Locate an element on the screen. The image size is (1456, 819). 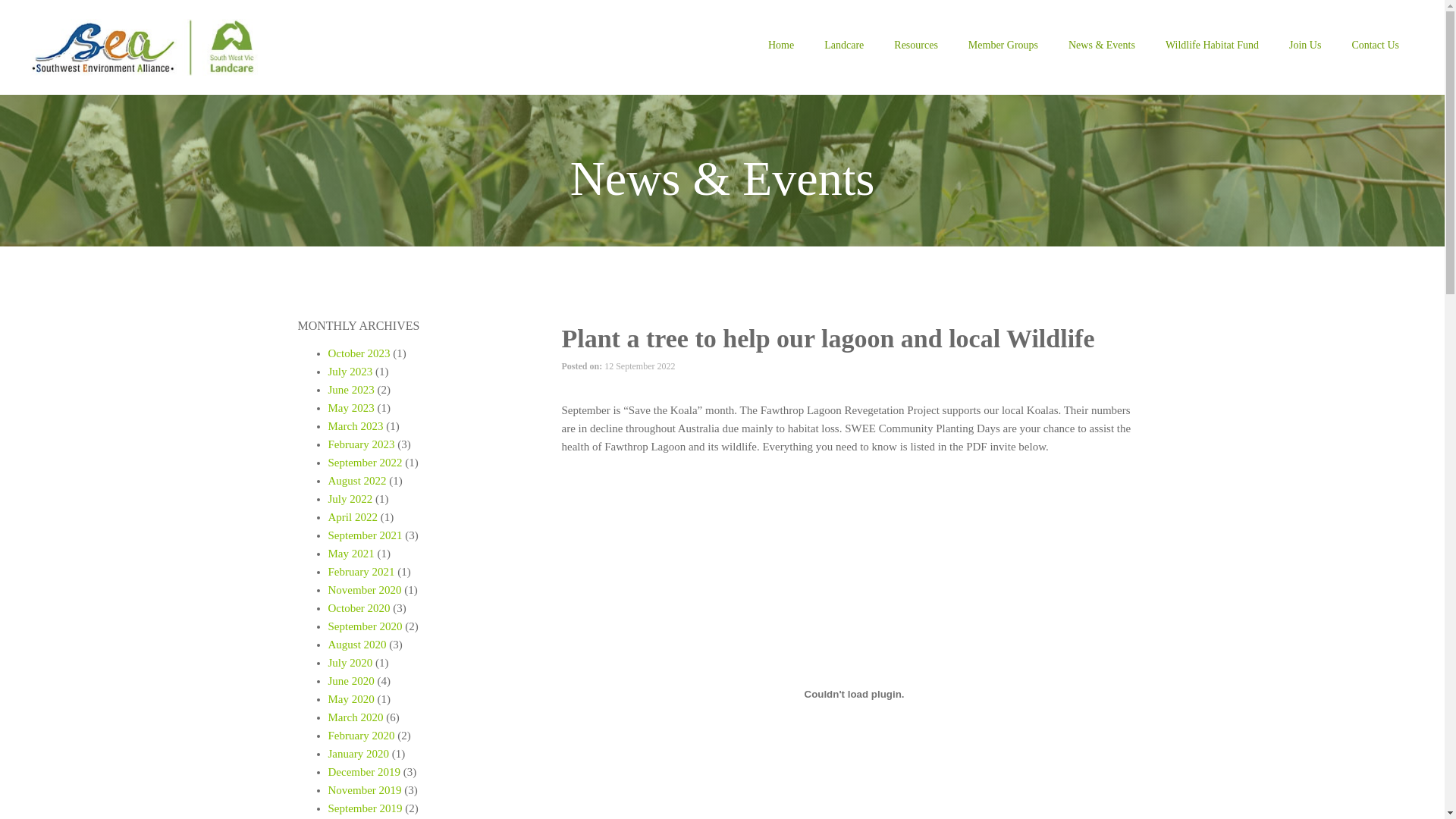
'November 2020' is located at coordinates (364, 589).